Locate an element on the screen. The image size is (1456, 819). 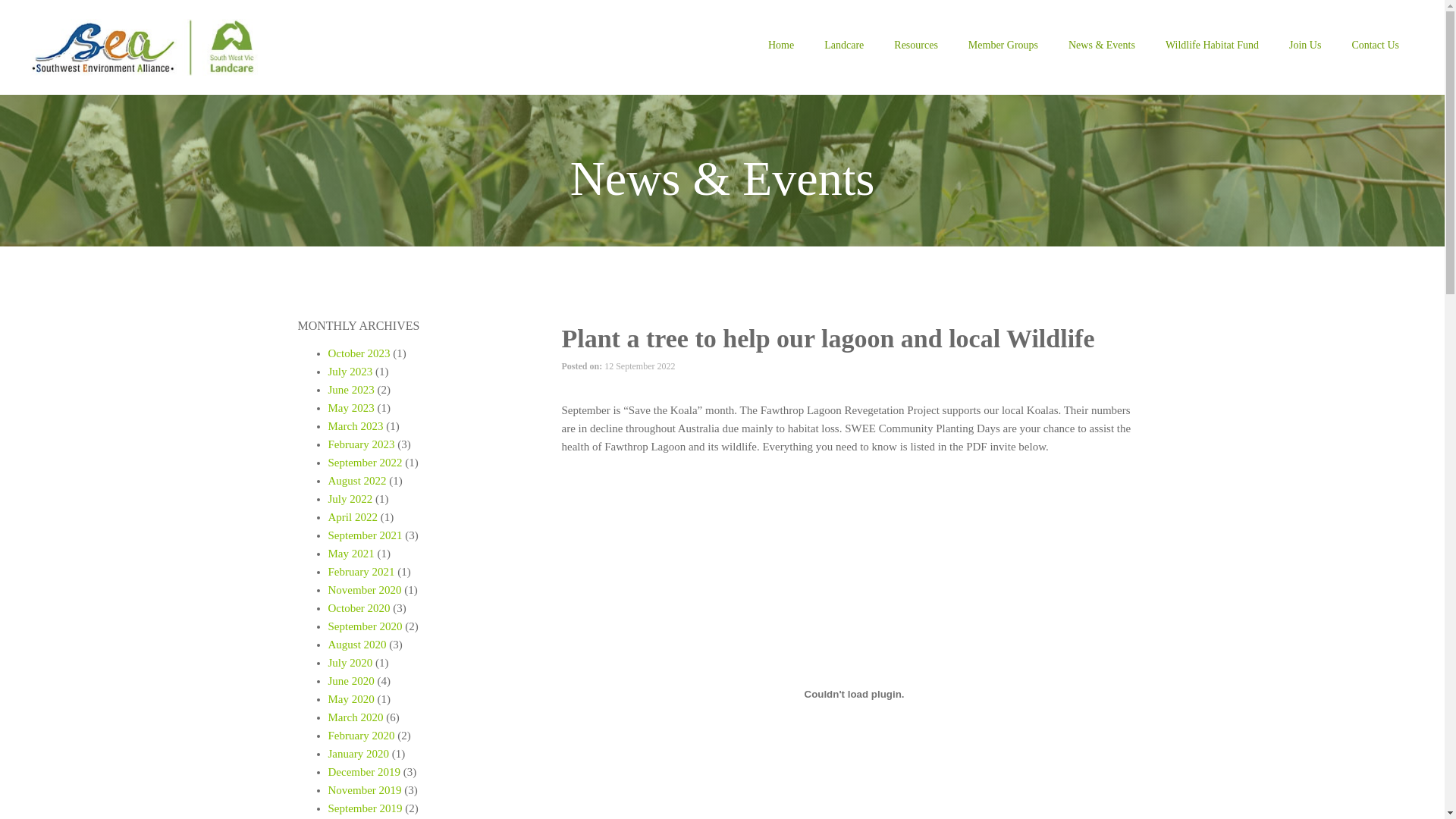
'November 2020' is located at coordinates (364, 589).